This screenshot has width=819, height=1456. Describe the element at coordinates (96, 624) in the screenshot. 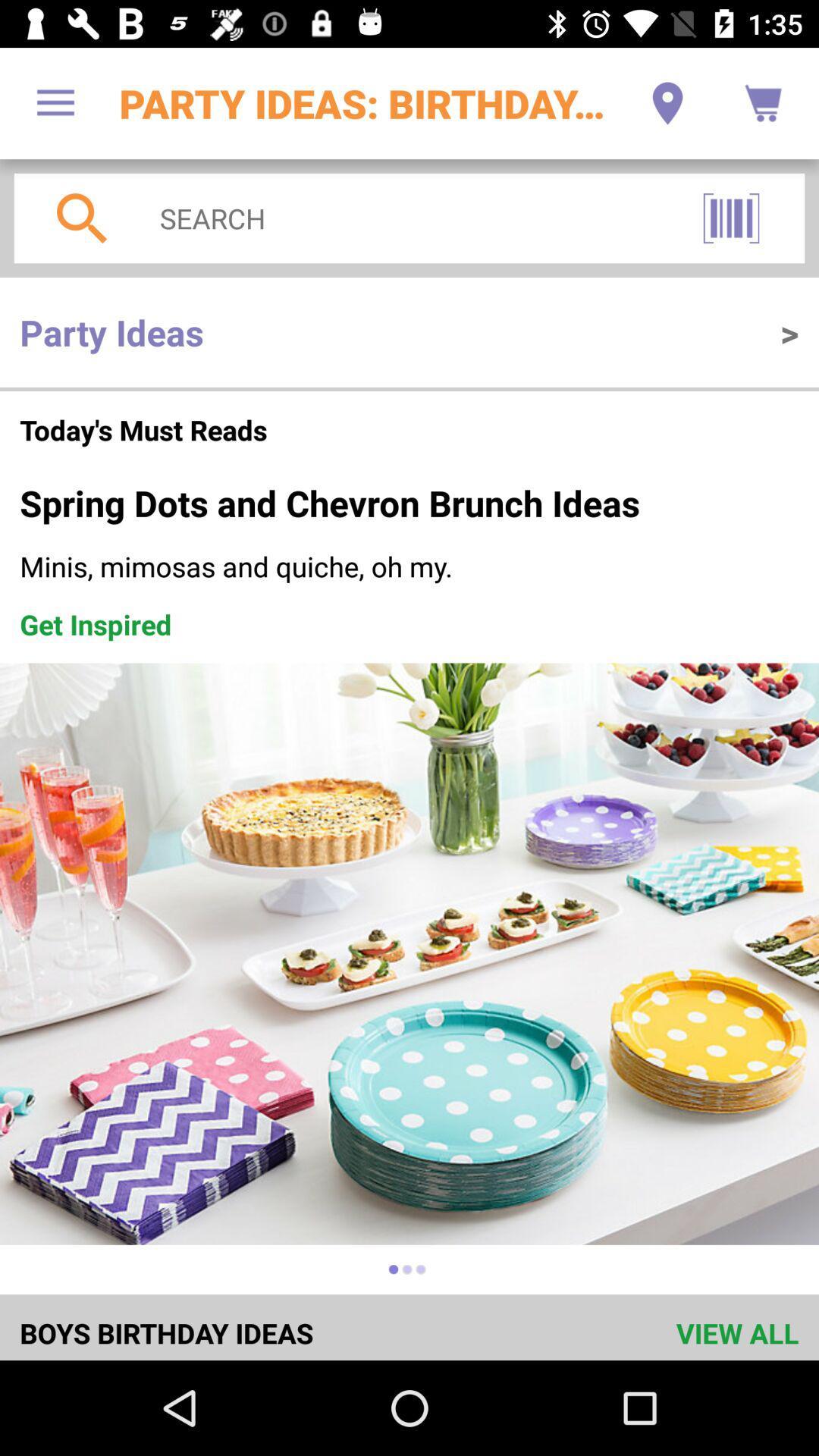

I see `get inspired` at that location.